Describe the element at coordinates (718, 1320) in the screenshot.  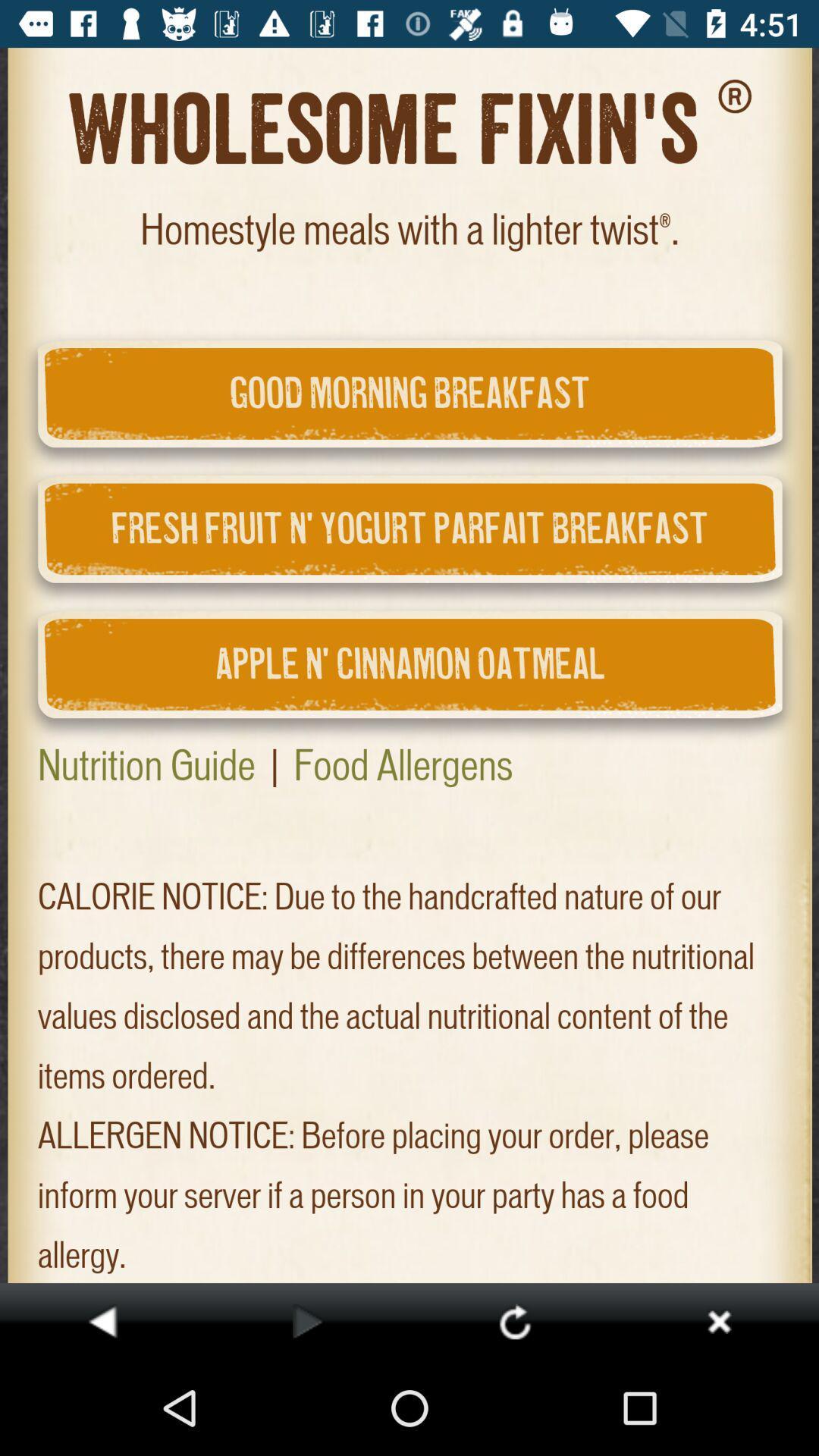
I see `tab` at that location.